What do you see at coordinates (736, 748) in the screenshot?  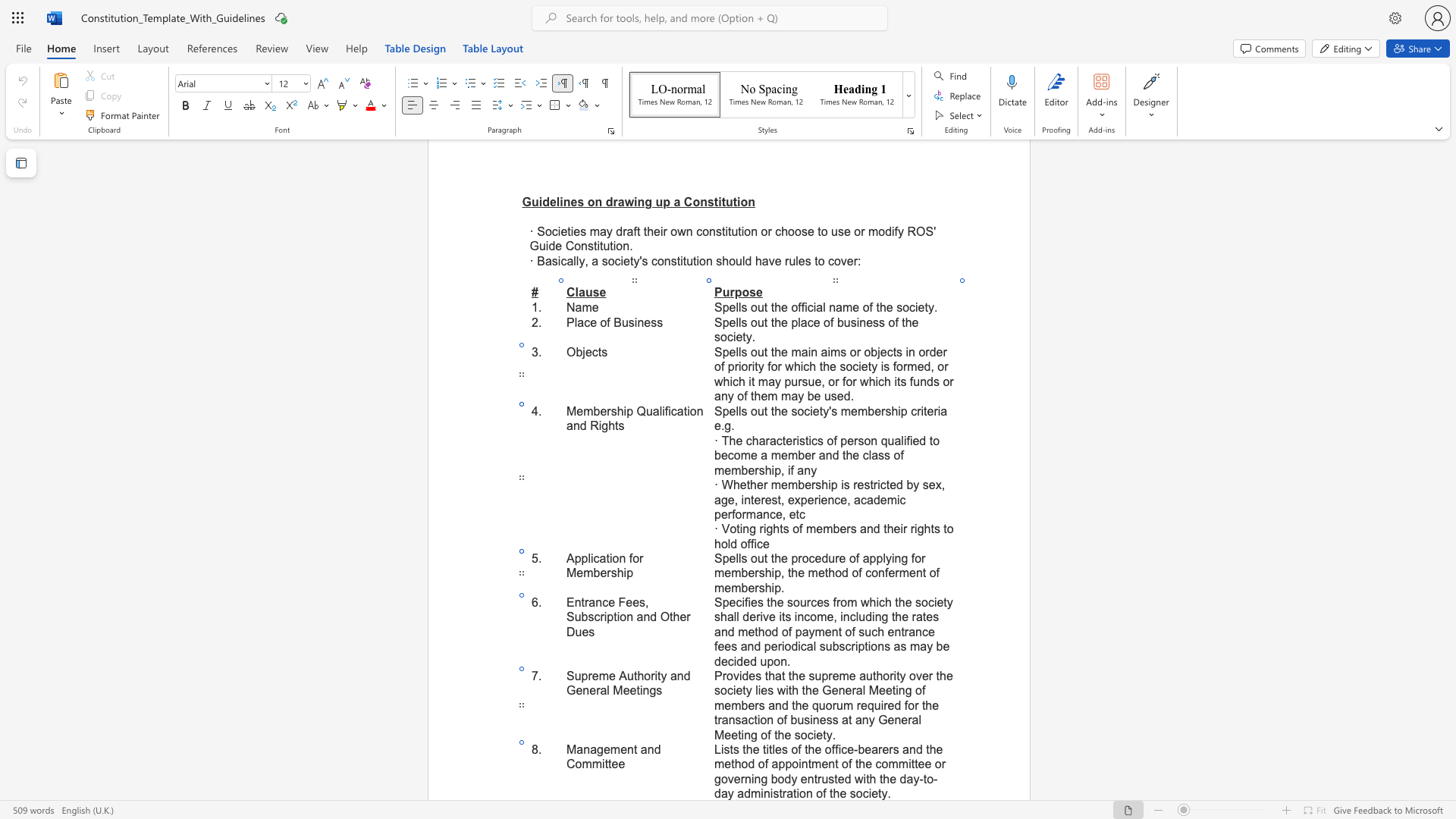 I see `the 2th character "s" in the text` at bounding box center [736, 748].